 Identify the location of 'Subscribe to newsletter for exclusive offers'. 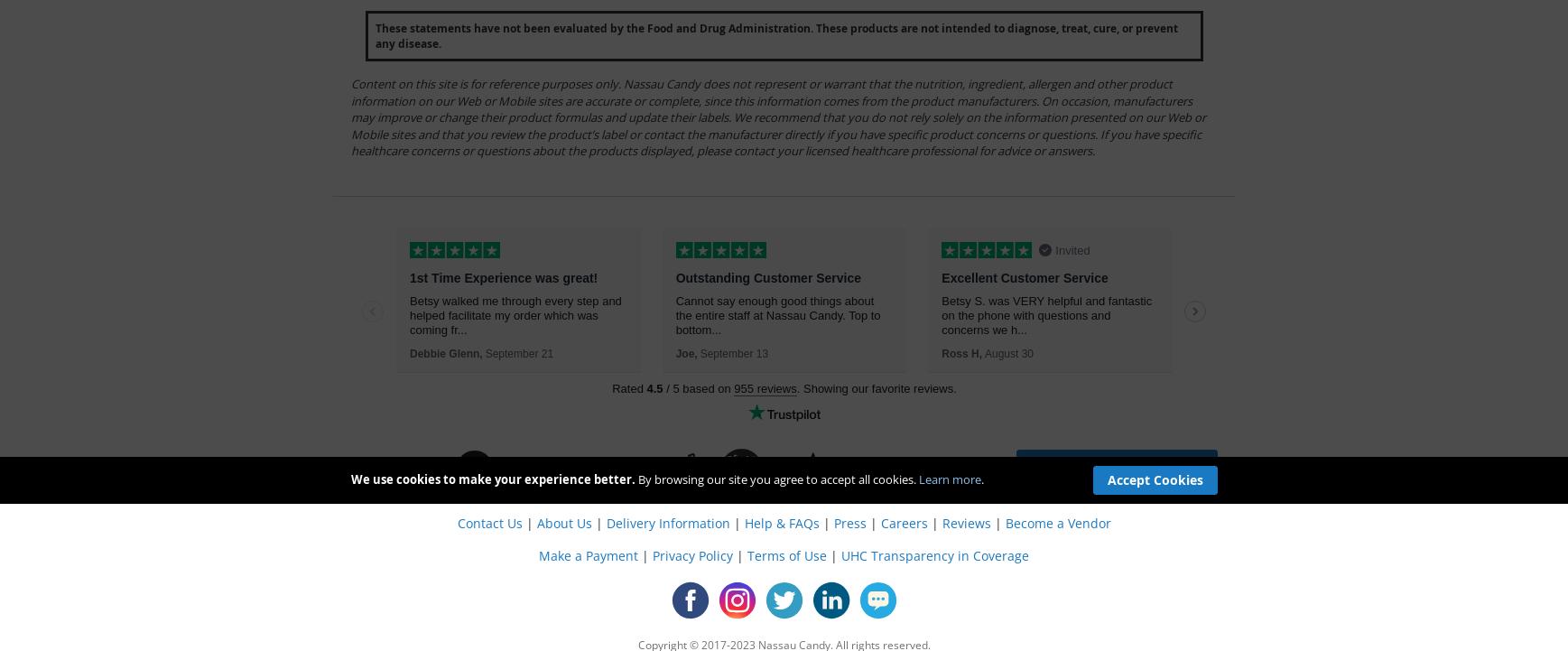
(1116, 470).